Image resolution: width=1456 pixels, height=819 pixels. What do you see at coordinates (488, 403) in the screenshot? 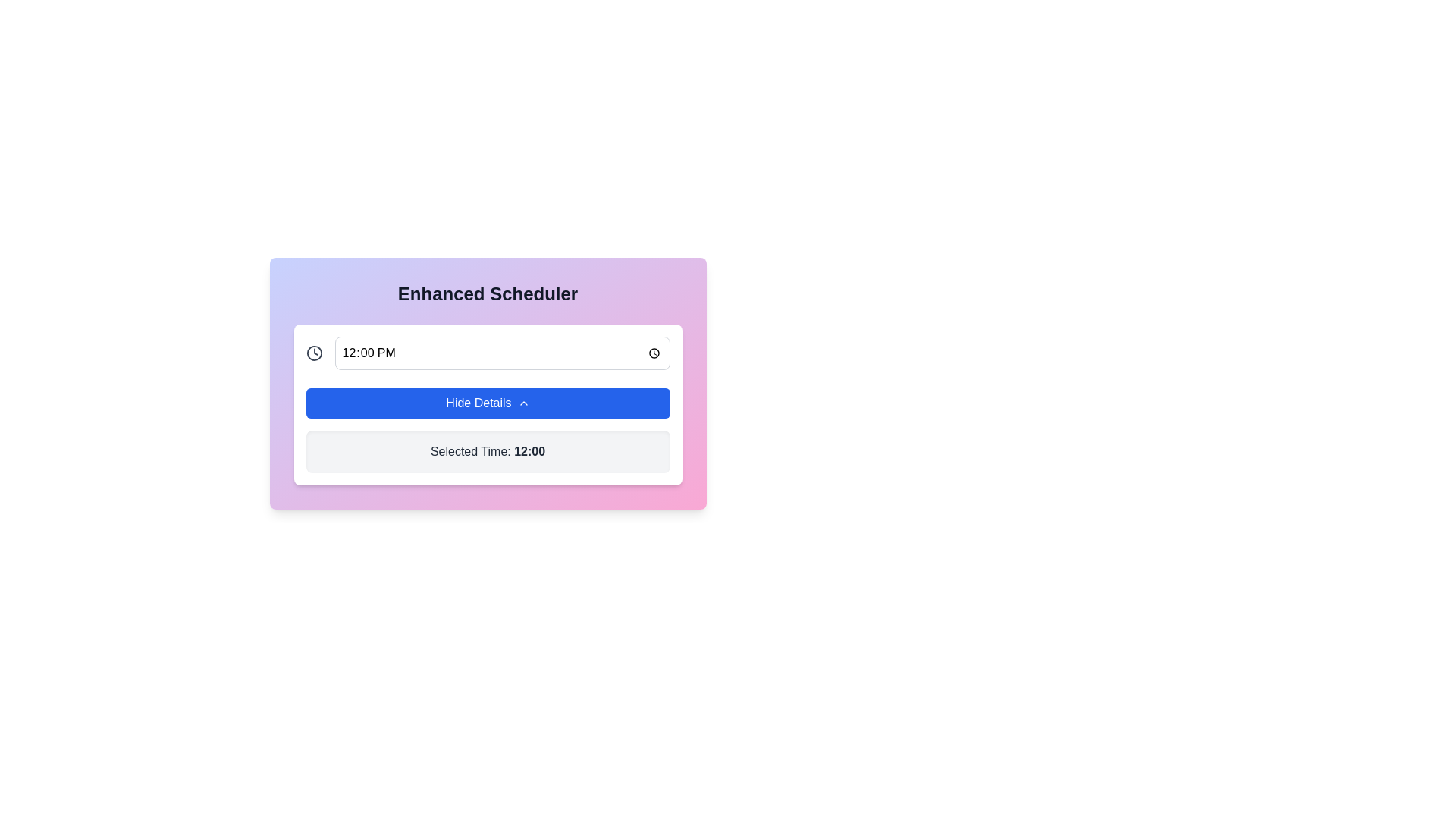
I see `the toggle button located centrally within the modal interface to hide the currently visible details or additional information` at bounding box center [488, 403].